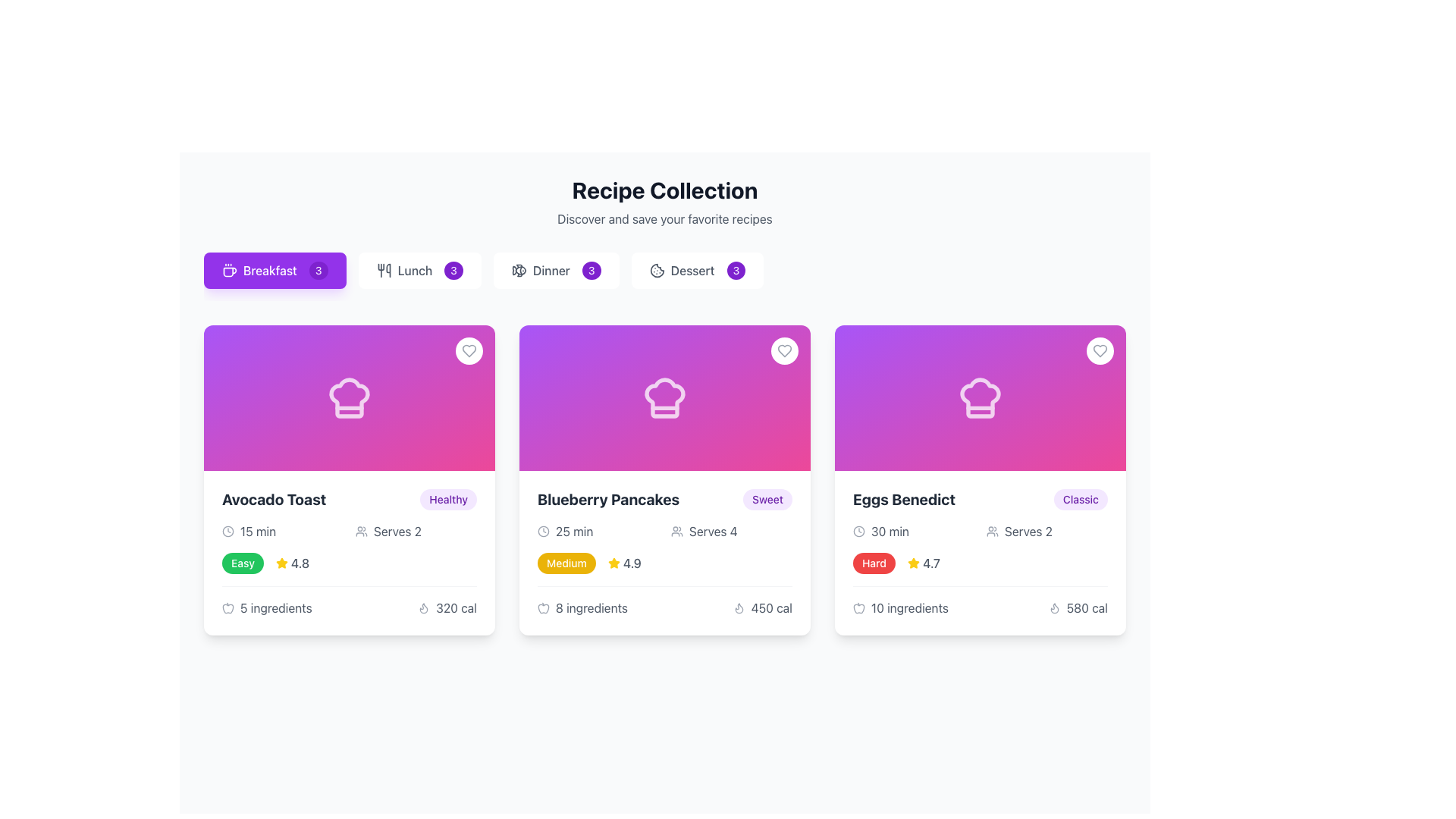 This screenshot has width=1456, height=819. I want to click on the static text indicating the number of servings for the 'Avocado Toast' recipe, located in the middle of the bottom section of the recipe card, so click(397, 531).